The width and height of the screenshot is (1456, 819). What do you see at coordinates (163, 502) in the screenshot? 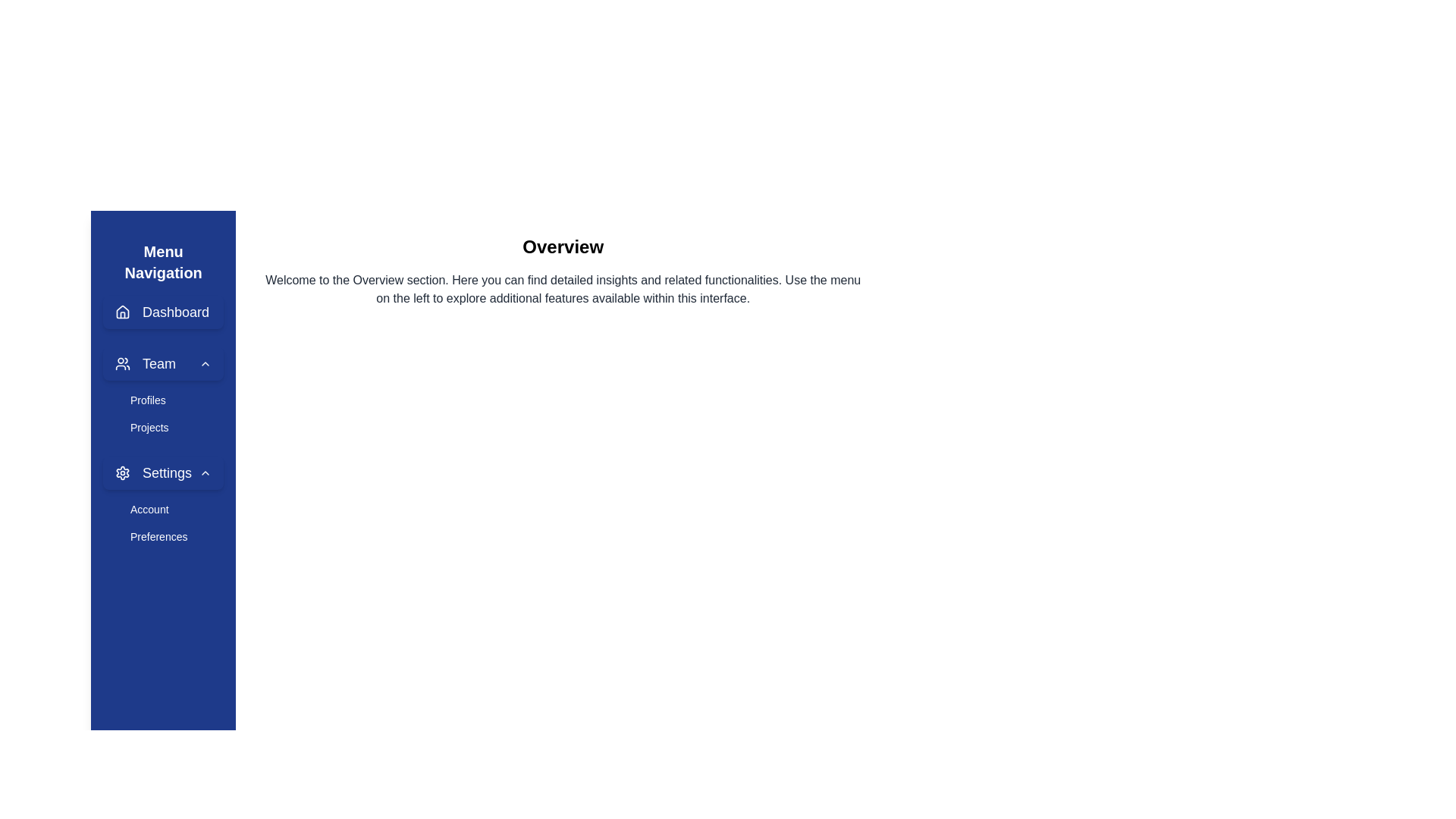
I see `'Account' text element, which is displayed in white on a blue background and is the first sub-item under the 'Settings' menu in the left sidebar` at bounding box center [163, 502].